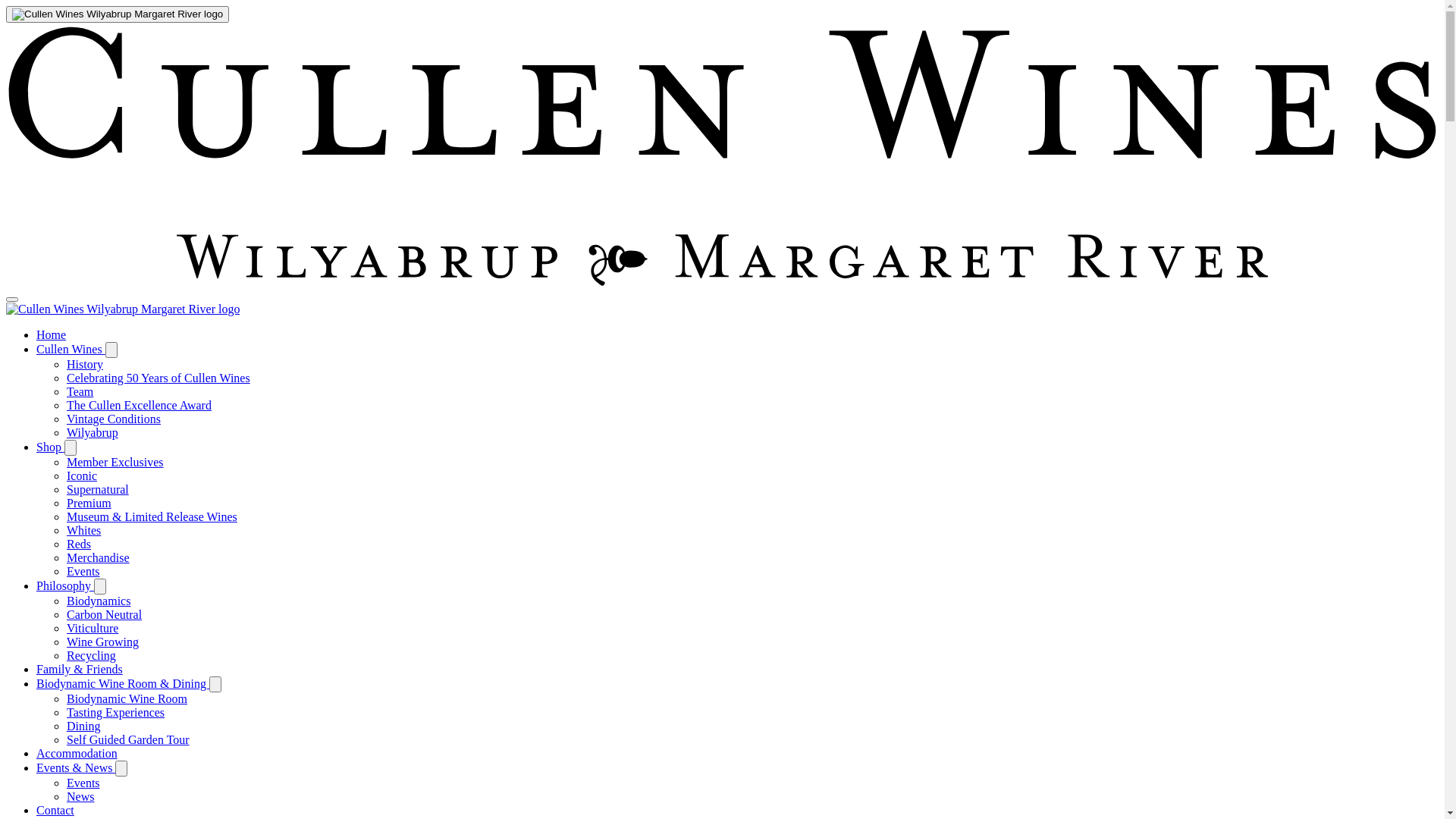  What do you see at coordinates (158, 377) in the screenshot?
I see `'Celebrating 50 Years of Cullen Wines'` at bounding box center [158, 377].